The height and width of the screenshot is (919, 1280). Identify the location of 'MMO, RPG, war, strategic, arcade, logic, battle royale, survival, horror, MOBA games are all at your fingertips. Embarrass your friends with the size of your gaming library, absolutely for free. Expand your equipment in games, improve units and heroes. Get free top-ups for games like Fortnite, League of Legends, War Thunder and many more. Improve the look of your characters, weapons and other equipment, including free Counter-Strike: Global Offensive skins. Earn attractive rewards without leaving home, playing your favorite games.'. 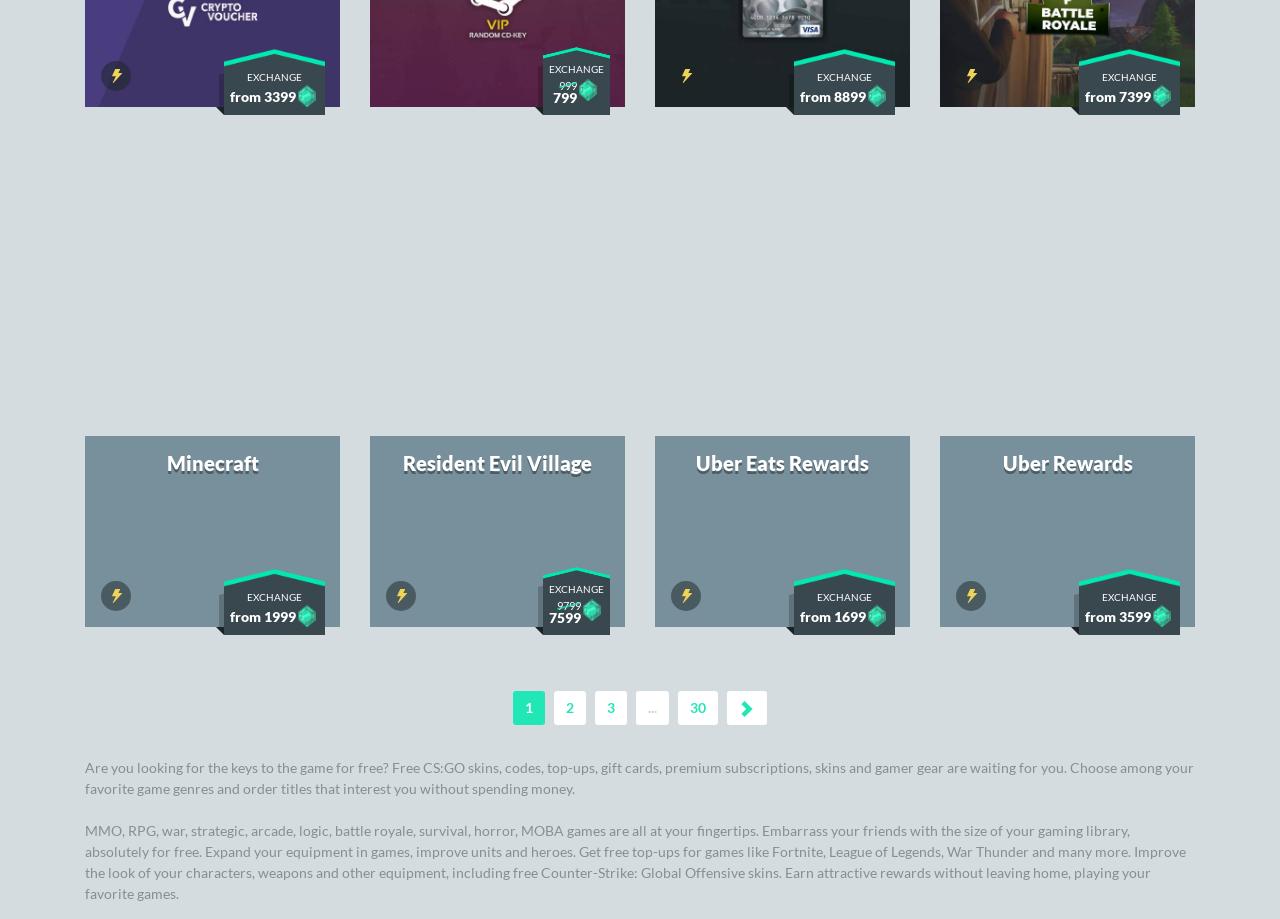
(634, 332).